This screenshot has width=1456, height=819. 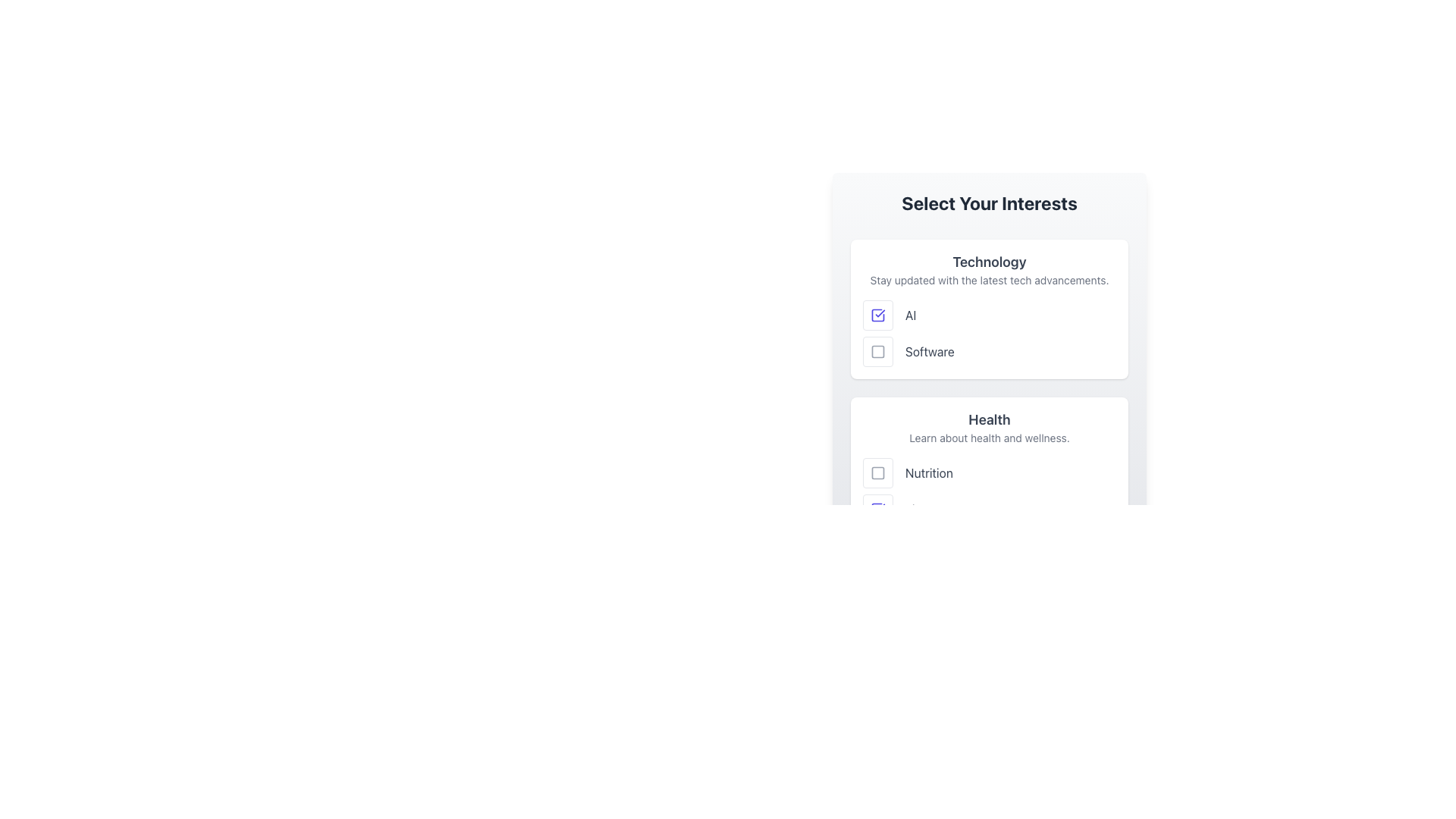 What do you see at coordinates (877, 315) in the screenshot?
I see `the checkbox for the interest labeled 'AI' in the 'Technology' section` at bounding box center [877, 315].